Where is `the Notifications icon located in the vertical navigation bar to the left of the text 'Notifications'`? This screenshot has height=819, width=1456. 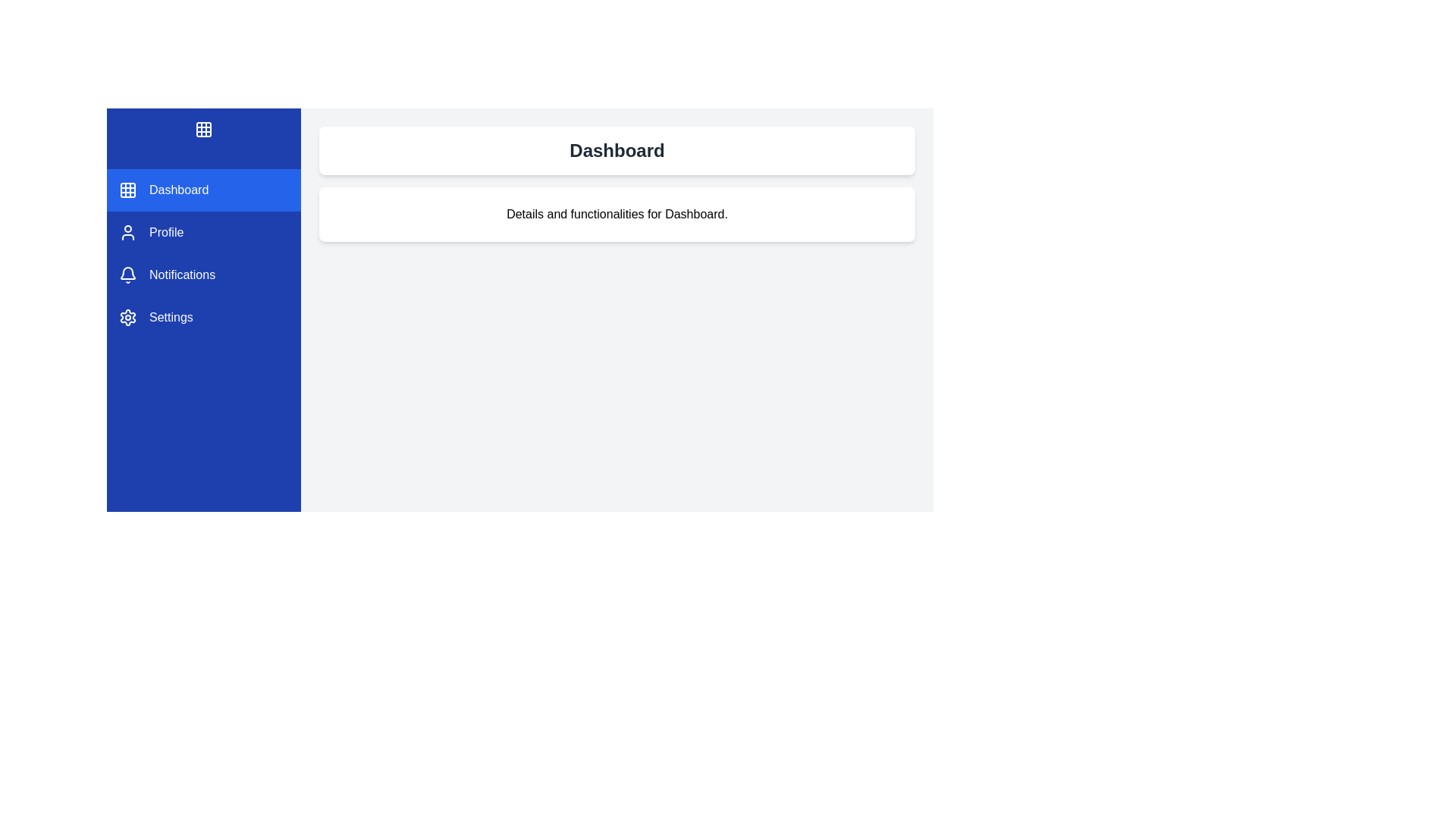
the Notifications icon located in the vertical navigation bar to the left of the text 'Notifications' is located at coordinates (127, 275).